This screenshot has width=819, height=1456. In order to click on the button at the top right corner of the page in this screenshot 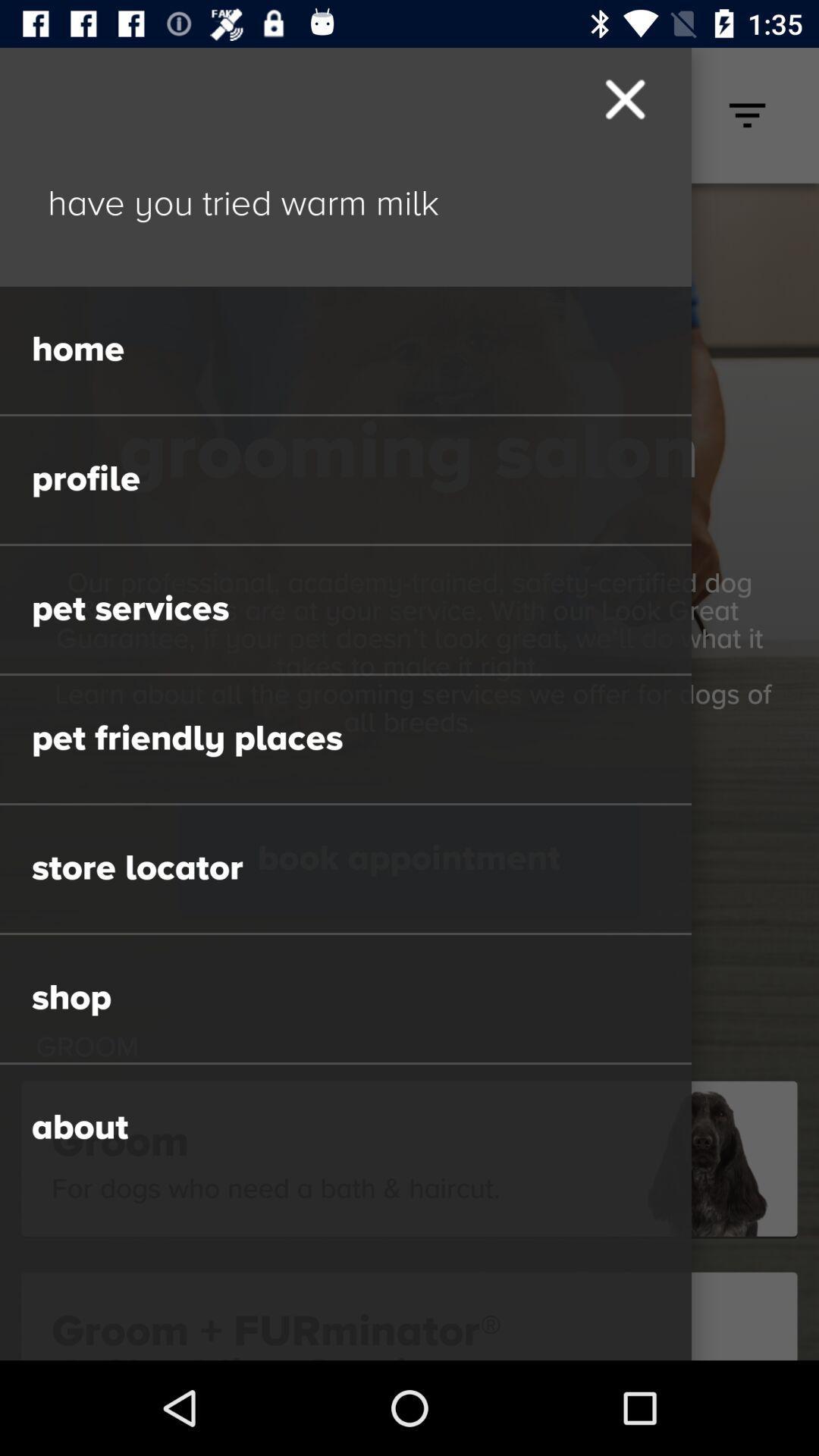, I will do `click(747, 115)`.